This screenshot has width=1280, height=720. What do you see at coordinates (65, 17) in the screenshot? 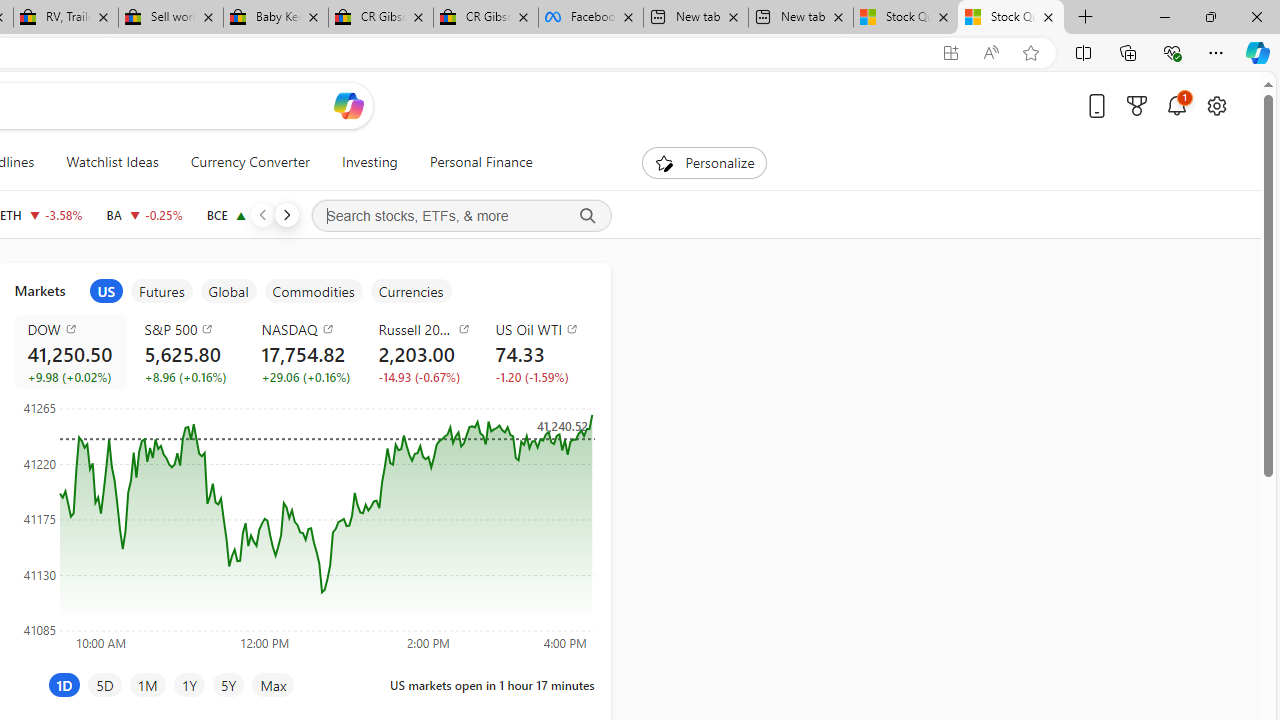
I see `'RV, Trailer & Camper Steps & Ladders for sale | eBay'` at bounding box center [65, 17].